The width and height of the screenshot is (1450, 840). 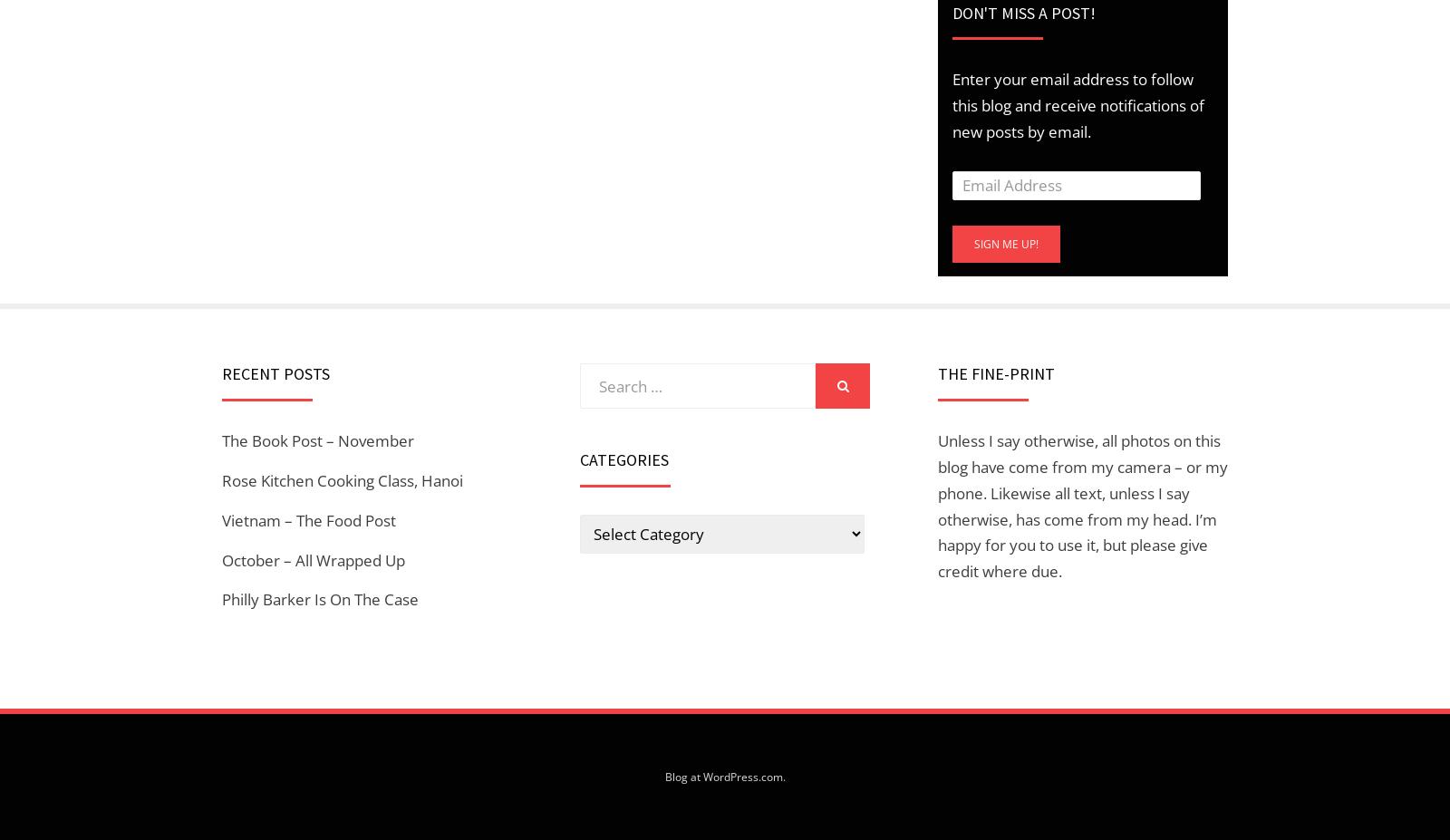 What do you see at coordinates (996, 372) in the screenshot?
I see `'The Fine-print'` at bounding box center [996, 372].